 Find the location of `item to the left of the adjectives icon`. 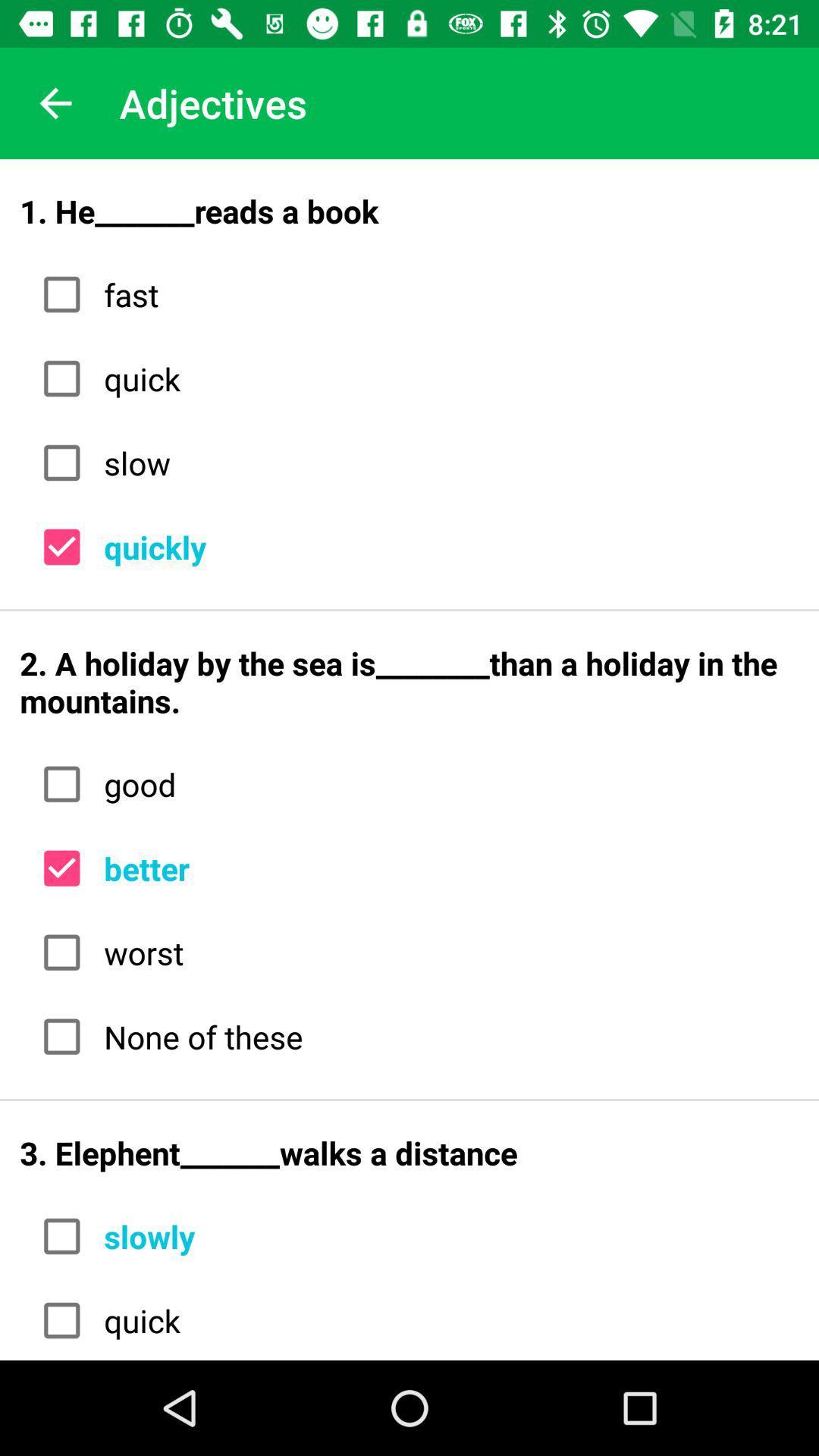

item to the left of the adjectives icon is located at coordinates (55, 102).